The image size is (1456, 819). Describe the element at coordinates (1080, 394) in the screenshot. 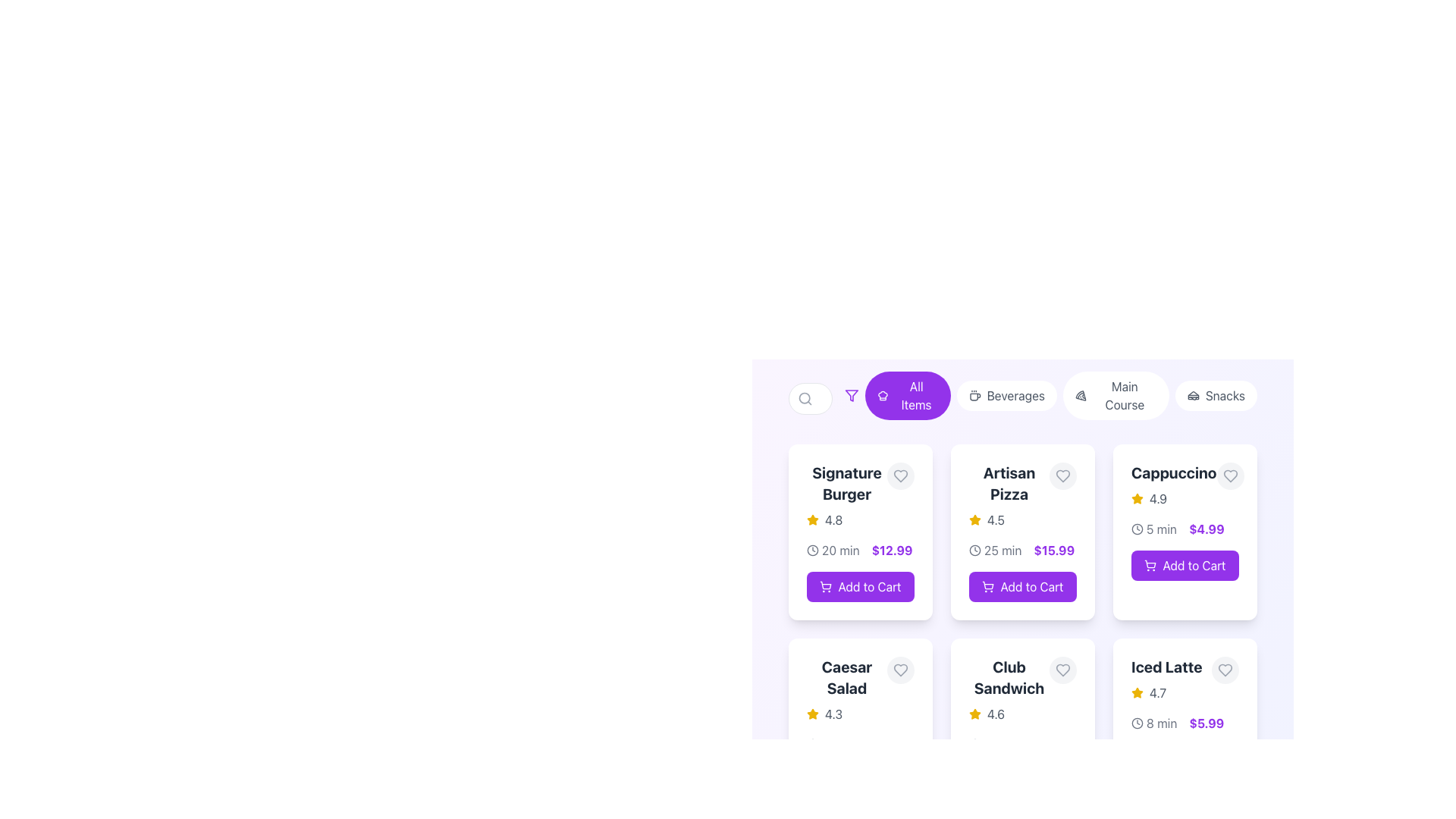

I see `any pop-ups or tooltips triggered by the 'Main Course' icon located to the left of the 'Main Course' text in the top navigation bar` at that location.